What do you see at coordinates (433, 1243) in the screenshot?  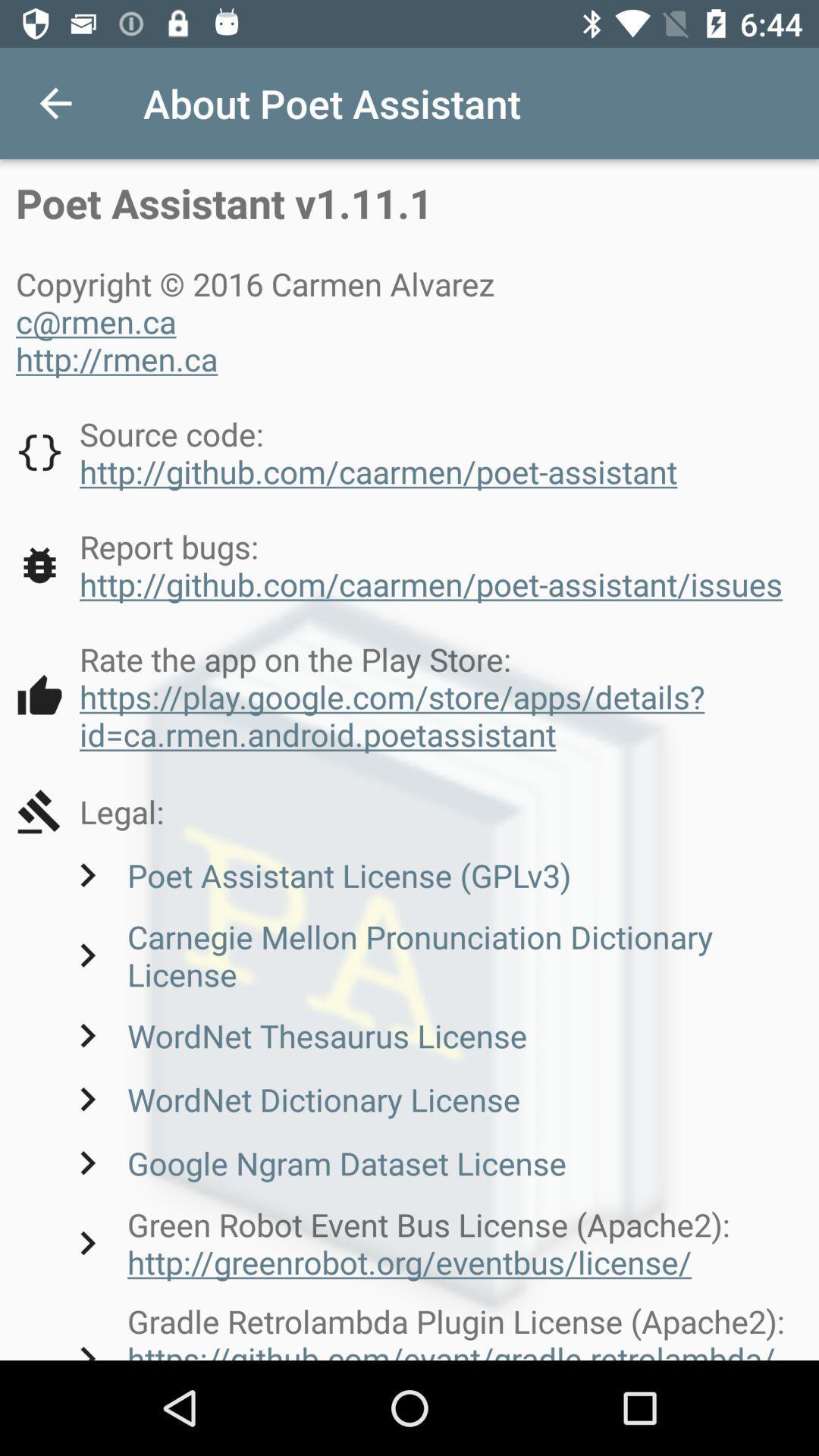 I see `the green robot event` at bounding box center [433, 1243].